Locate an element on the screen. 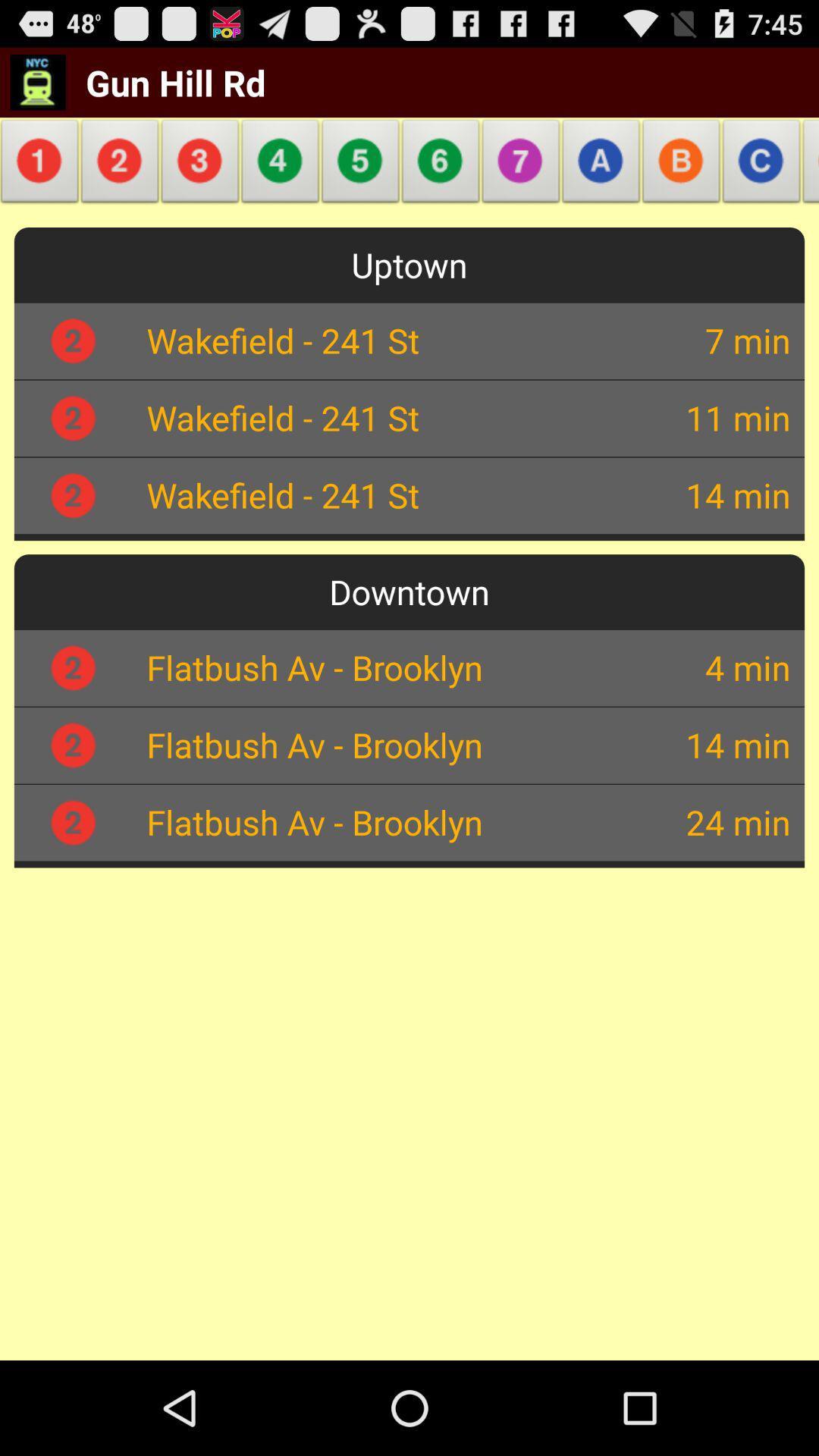 This screenshot has width=819, height=1456. app above uptown item is located at coordinates (360, 165).